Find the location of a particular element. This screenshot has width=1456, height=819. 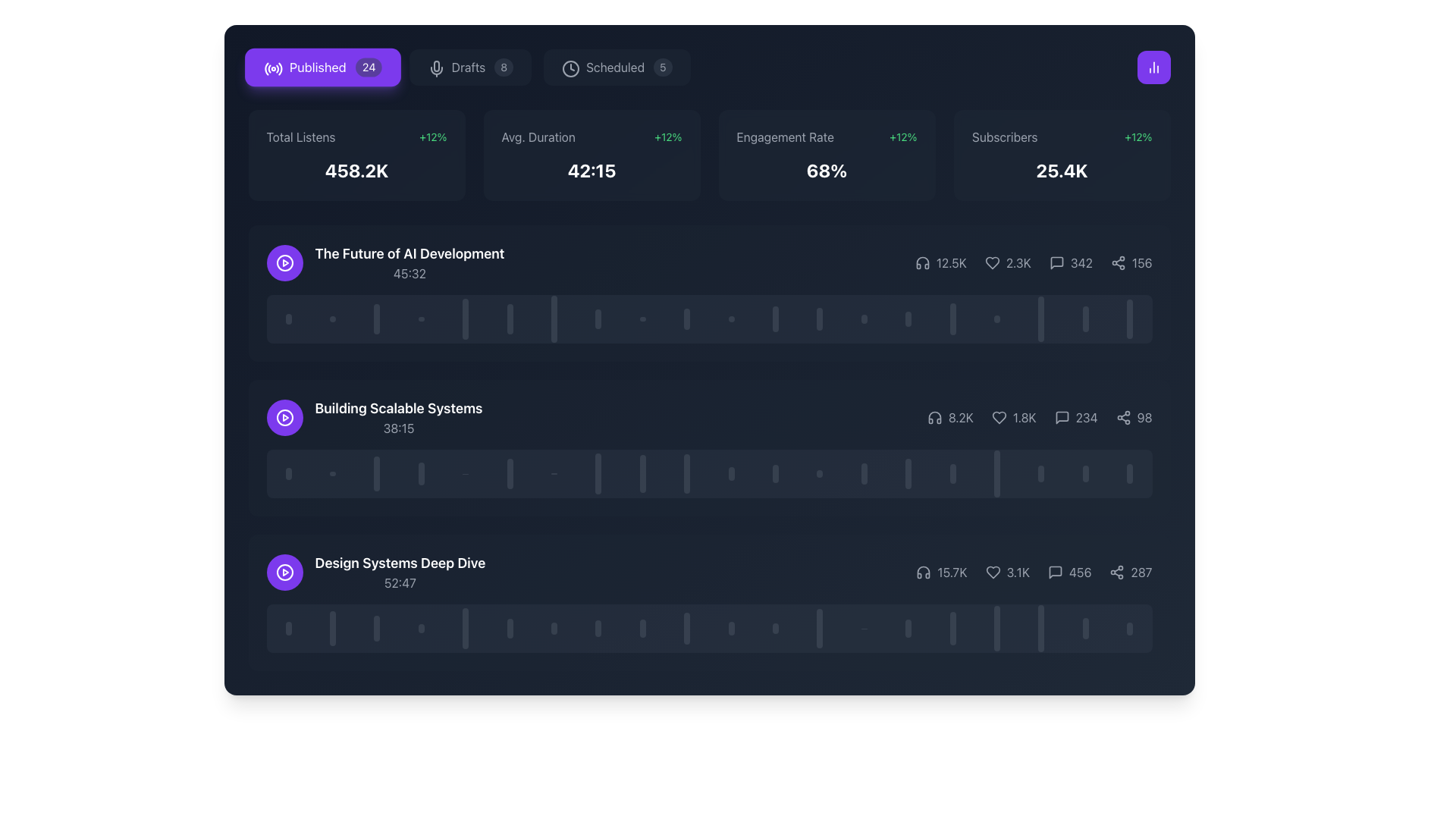

the clock icon located on the 'Scheduled' button, which indicates scheduled items or events, positioned near the count indicator '5' is located at coordinates (569, 66).